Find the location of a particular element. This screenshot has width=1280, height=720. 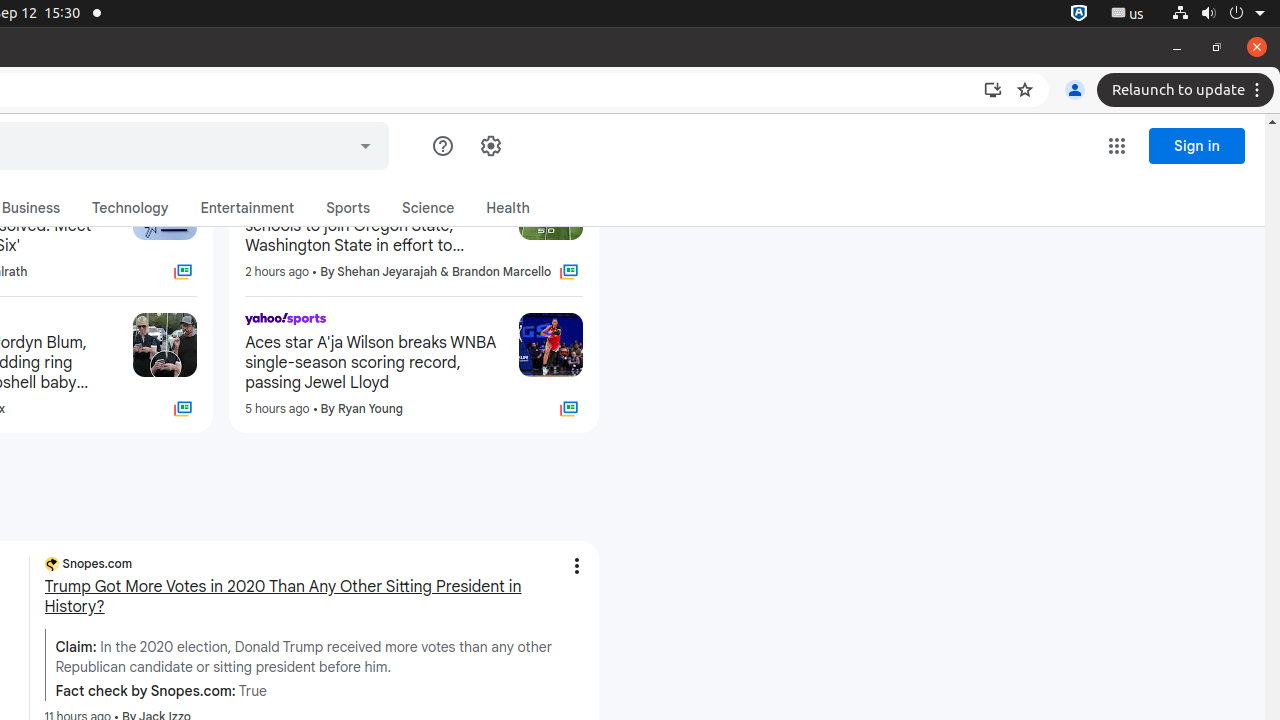

'Install Google News' is located at coordinates (993, 90).